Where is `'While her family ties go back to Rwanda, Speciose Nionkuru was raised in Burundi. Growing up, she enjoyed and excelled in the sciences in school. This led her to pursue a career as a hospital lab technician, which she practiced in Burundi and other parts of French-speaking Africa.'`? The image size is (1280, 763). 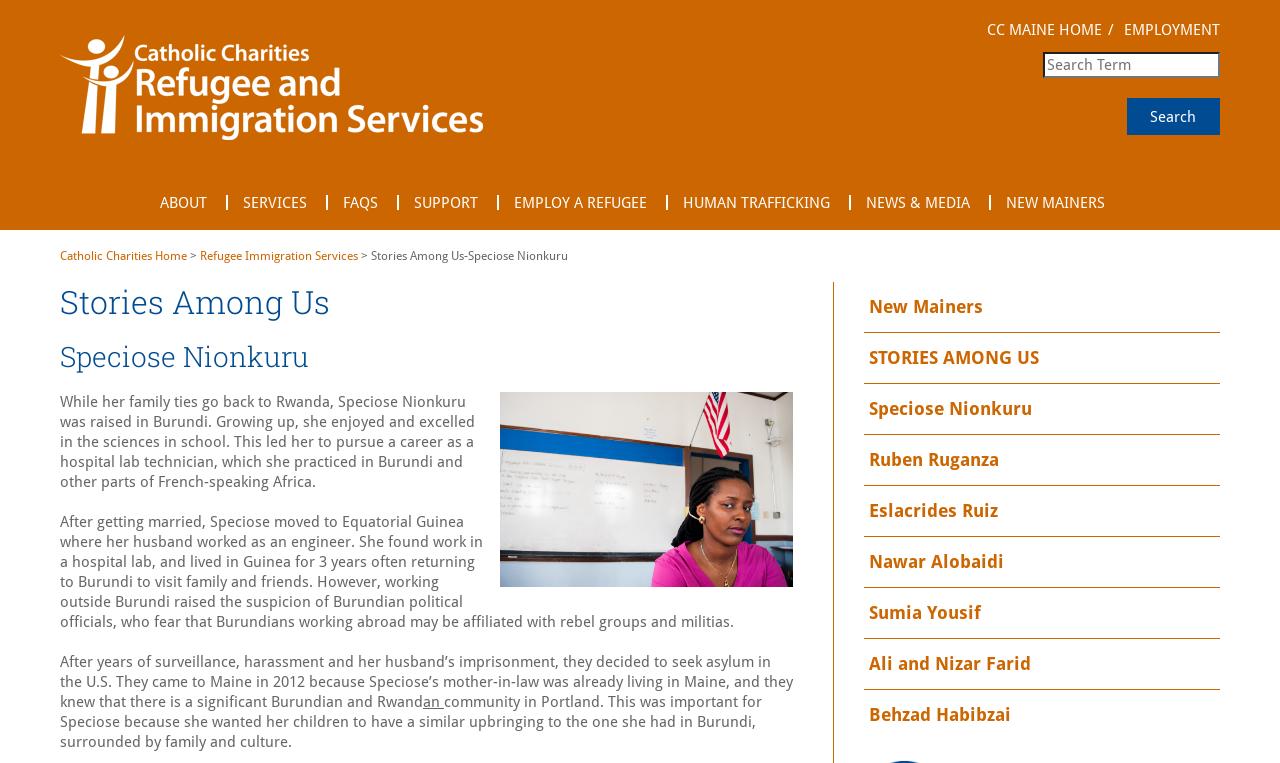 'While her family ties go back to Rwanda, Speciose Nionkuru was raised in Burundi. Growing up, she enjoyed and excelled in the sciences in school. This led her to pursue a career as a hospital lab technician, which she practiced in Burundi and other parts of French-speaking Africa.' is located at coordinates (60, 441).